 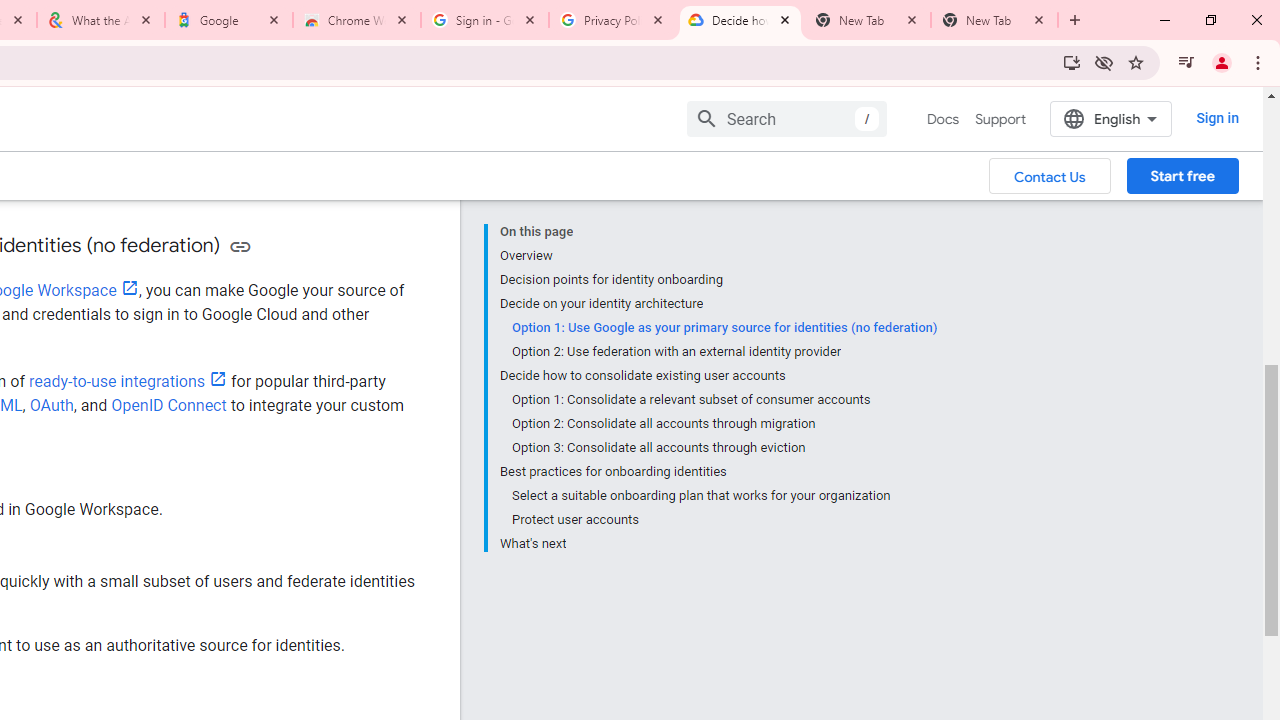 I want to click on 'Option 1: Consolidate a relevant subset of consumer accounts', so click(x=722, y=399).